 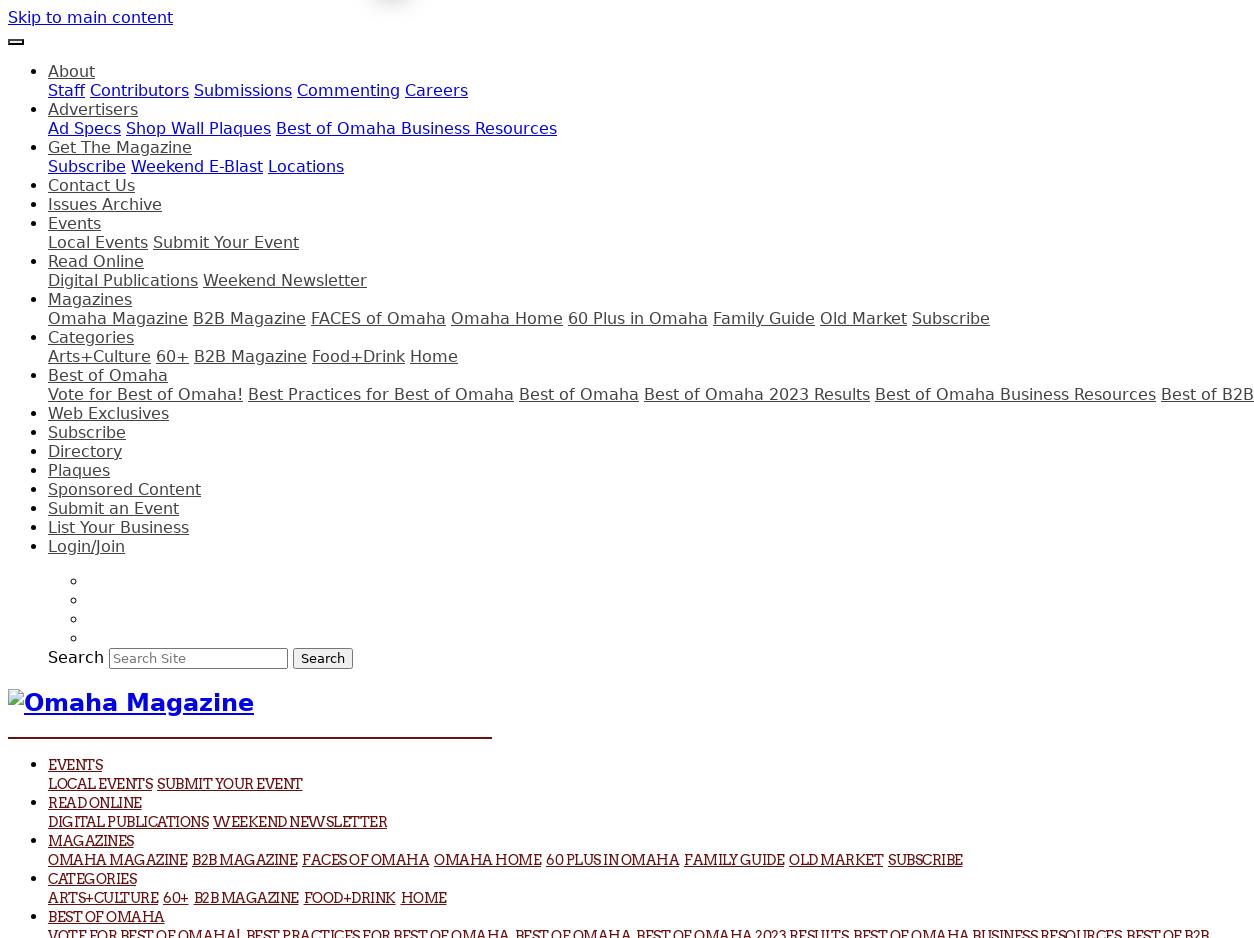 What do you see at coordinates (1206, 393) in the screenshot?
I see `'Best of B2B'` at bounding box center [1206, 393].